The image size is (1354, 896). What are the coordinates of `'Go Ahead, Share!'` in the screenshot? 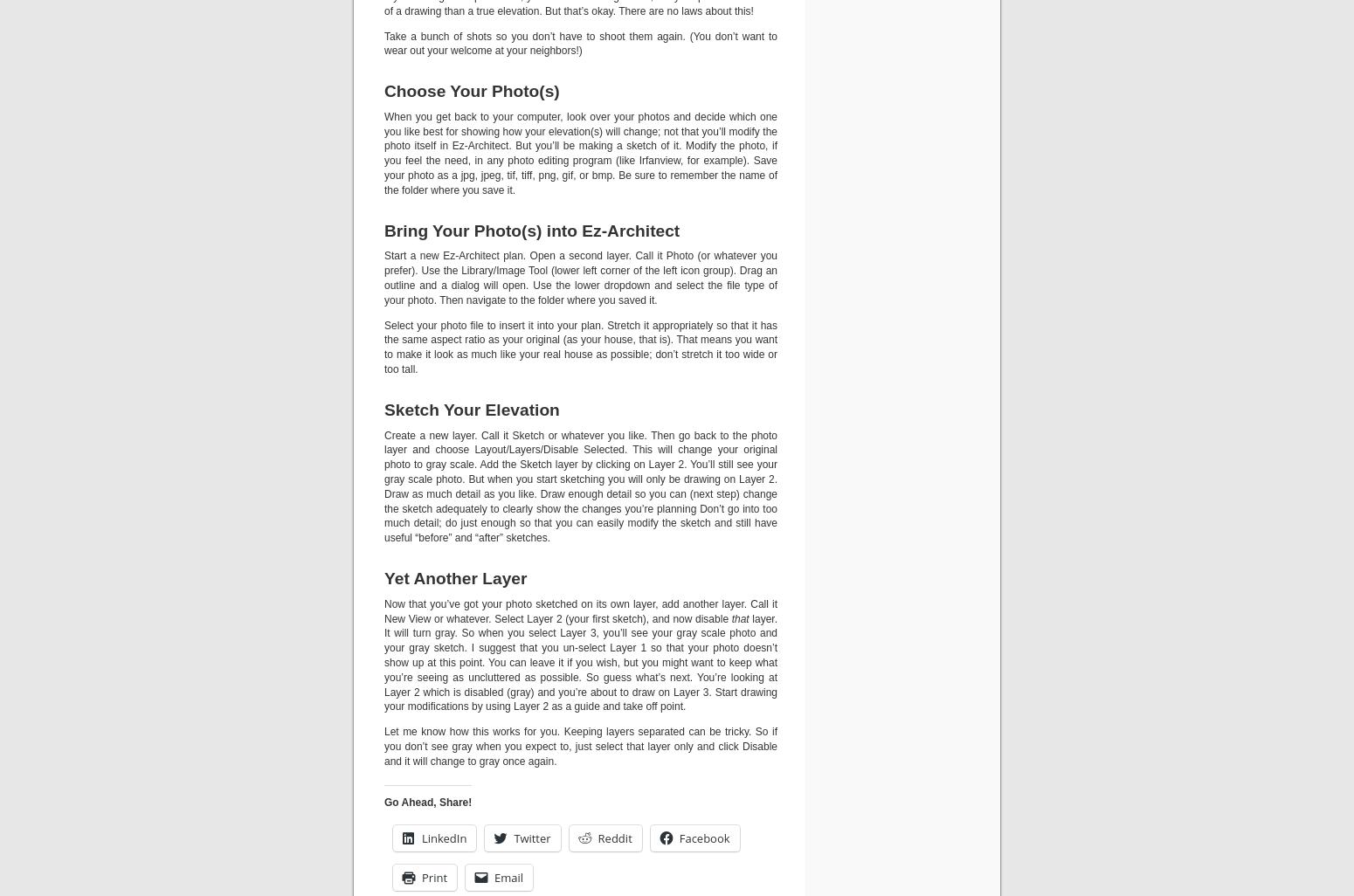 It's located at (426, 800).